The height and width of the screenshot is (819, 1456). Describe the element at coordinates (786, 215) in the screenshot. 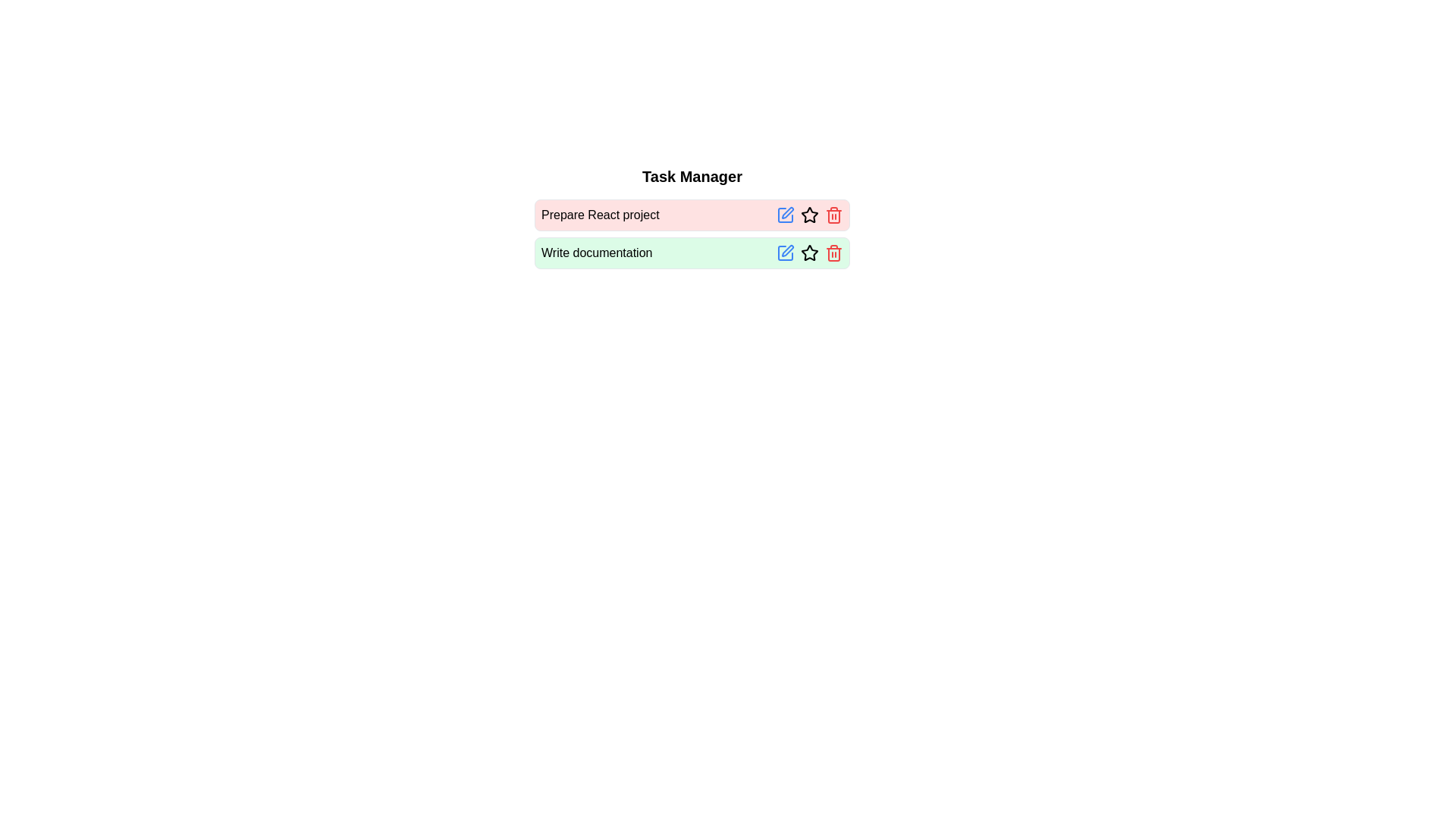

I see `the edit button located to the right of the text 'Prepare React project' in the task list to initiate editing the task` at that location.